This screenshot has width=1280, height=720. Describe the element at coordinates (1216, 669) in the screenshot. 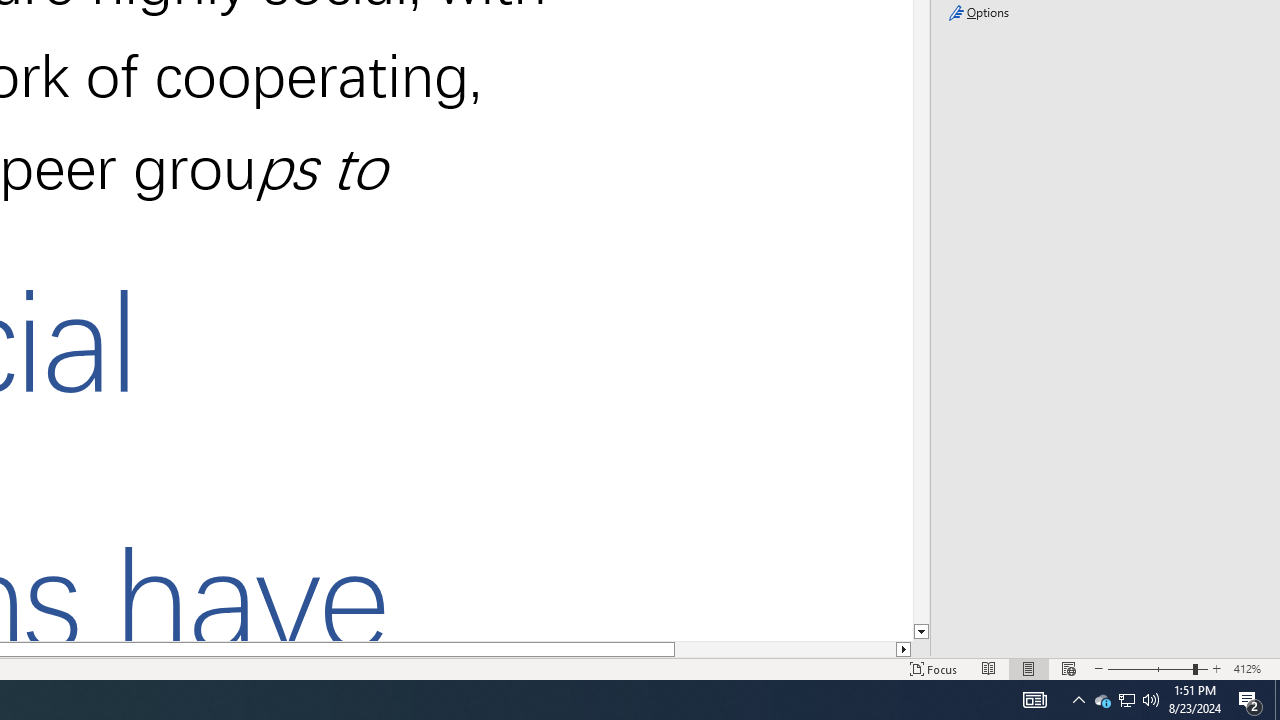

I see `'Zoom In'` at that location.